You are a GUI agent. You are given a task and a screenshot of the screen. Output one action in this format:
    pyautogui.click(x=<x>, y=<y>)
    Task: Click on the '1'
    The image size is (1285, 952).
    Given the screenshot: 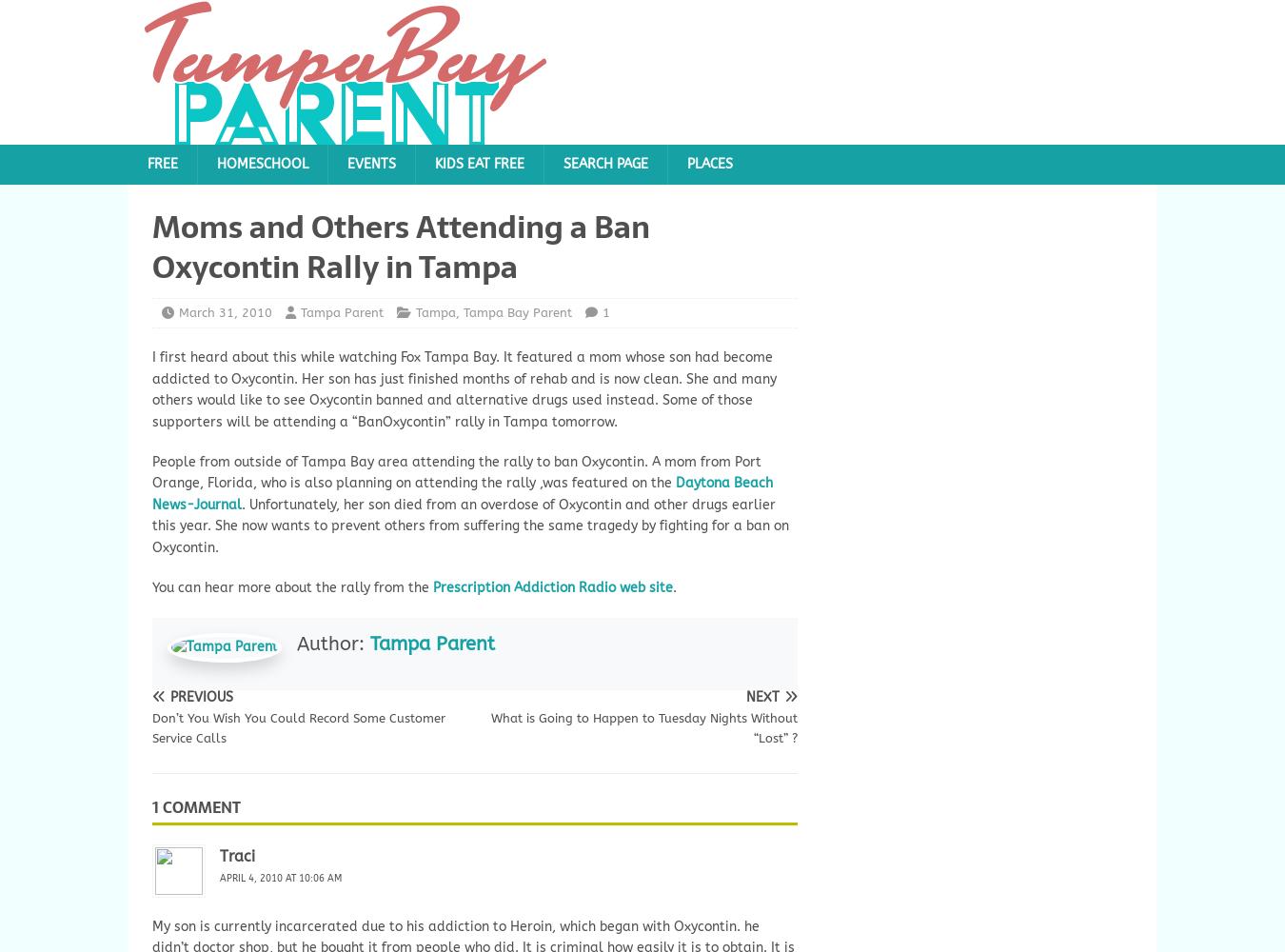 What is the action you would take?
    pyautogui.click(x=606, y=310)
    